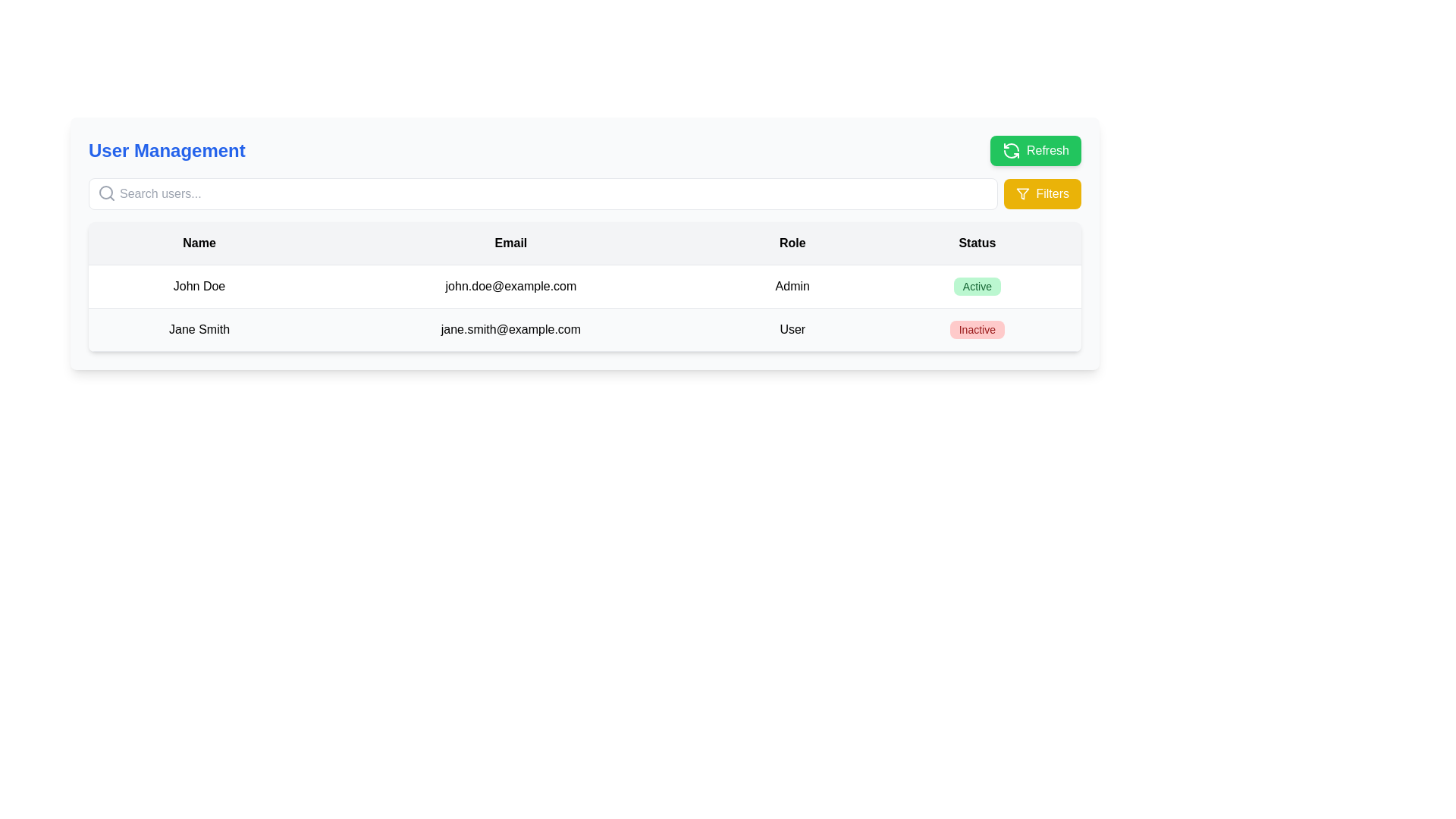 This screenshot has height=819, width=1456. What do you see at coordinates (1042, 193) in the screenshot?
I see `the yellow button labeled 'Filters' with a filter icon` at bounding box center [1042, 193].